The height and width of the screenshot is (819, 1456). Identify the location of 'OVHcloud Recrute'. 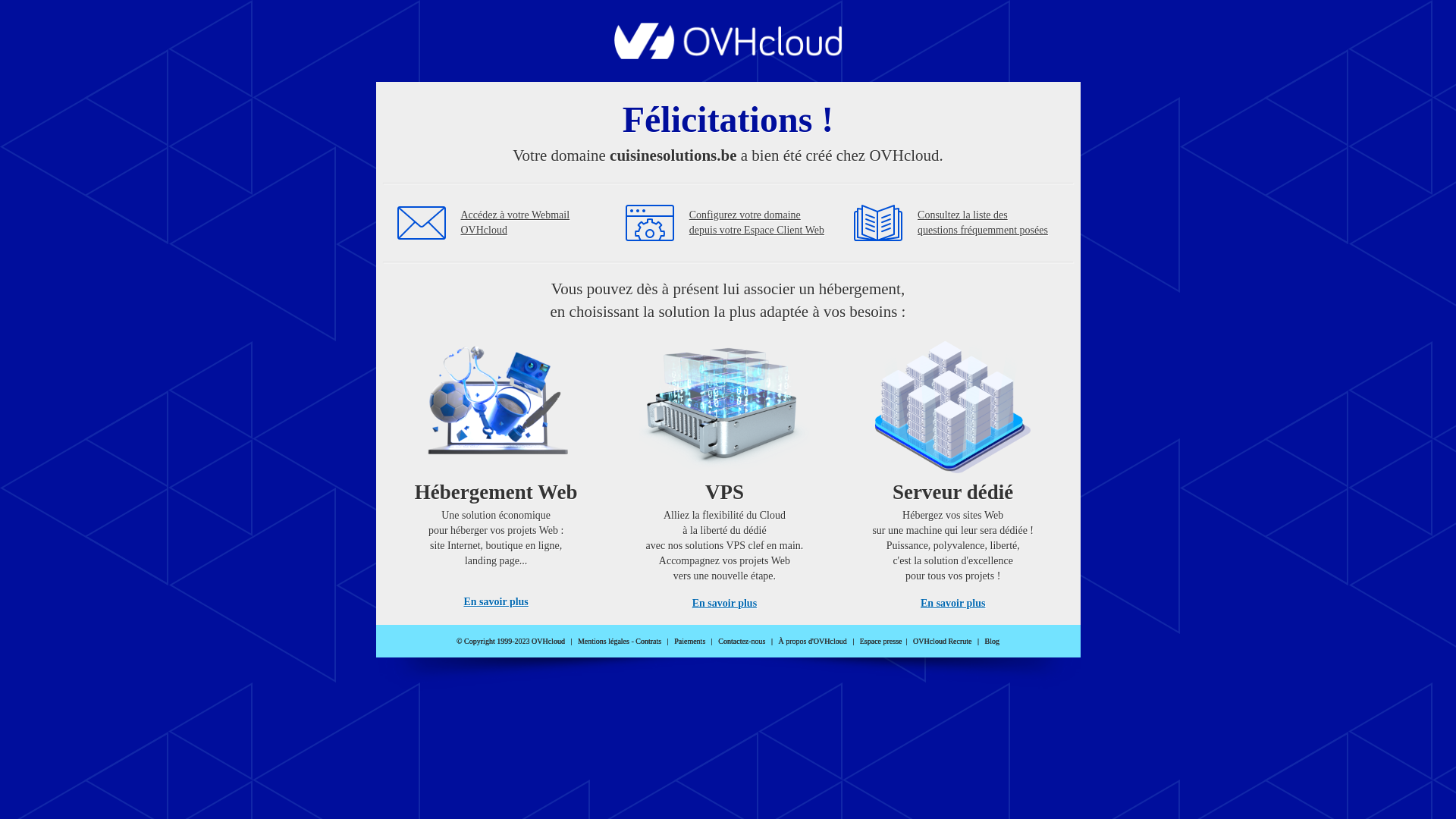
(941, 641).